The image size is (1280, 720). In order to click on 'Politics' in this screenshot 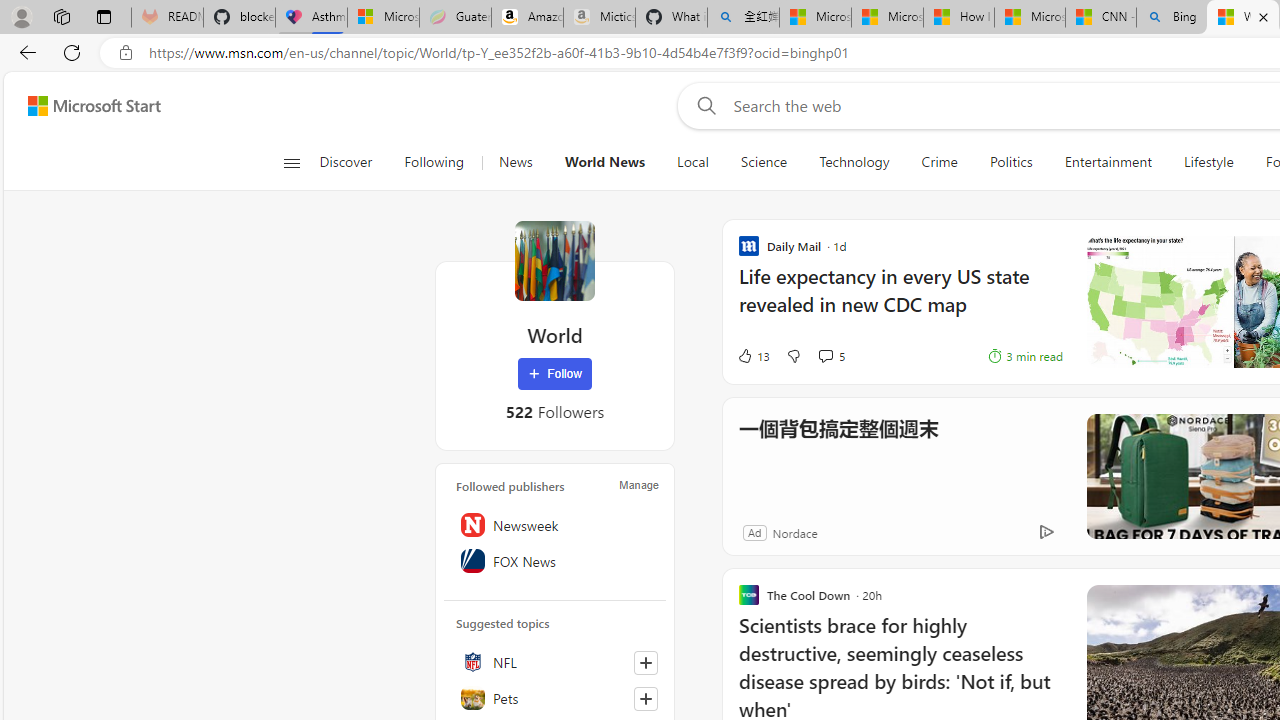, I will do `click(1011, 162)`.